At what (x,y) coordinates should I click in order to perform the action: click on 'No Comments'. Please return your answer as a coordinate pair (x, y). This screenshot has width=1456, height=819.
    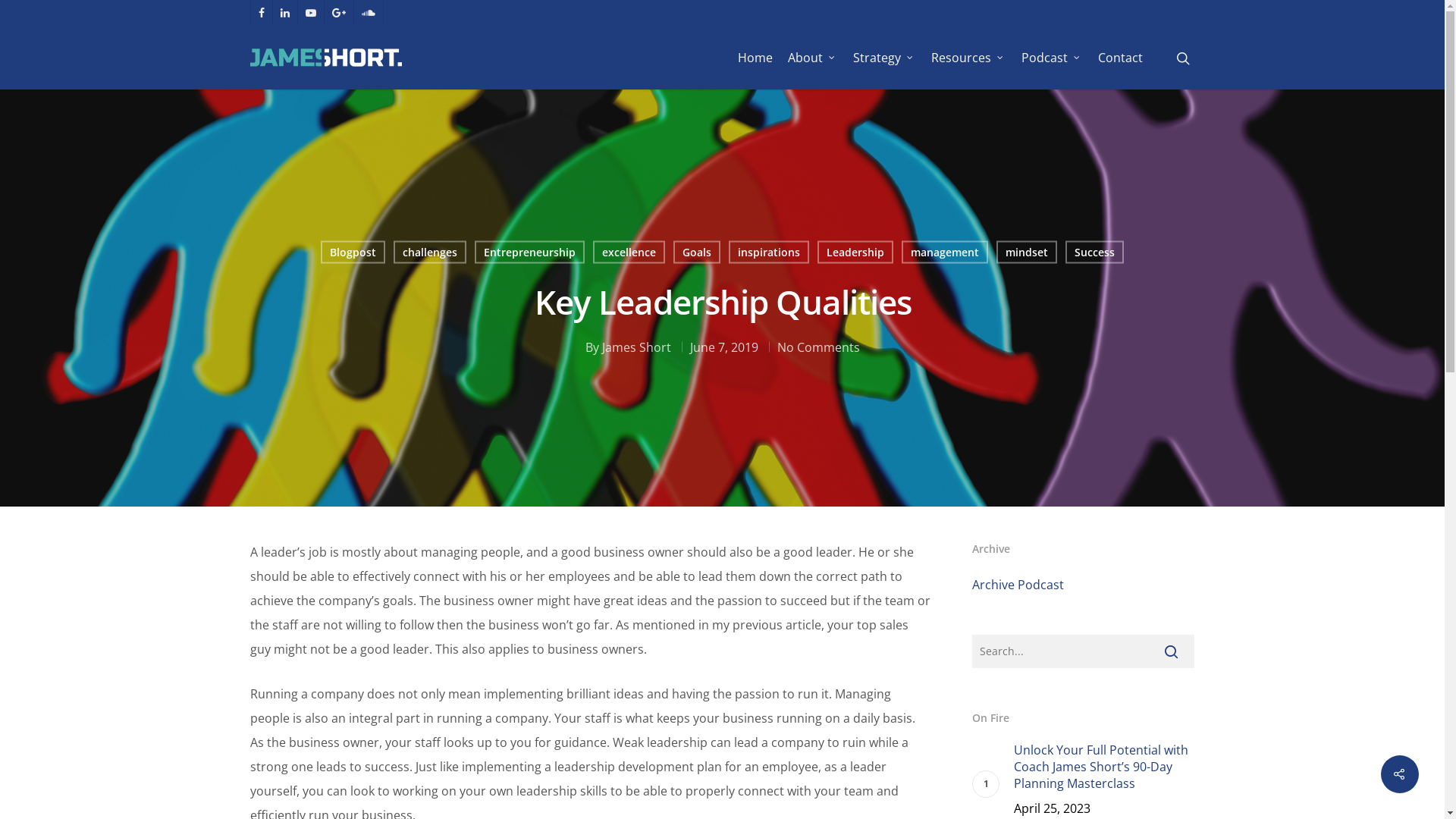
    Looking at the image, I should click on (817, 346).